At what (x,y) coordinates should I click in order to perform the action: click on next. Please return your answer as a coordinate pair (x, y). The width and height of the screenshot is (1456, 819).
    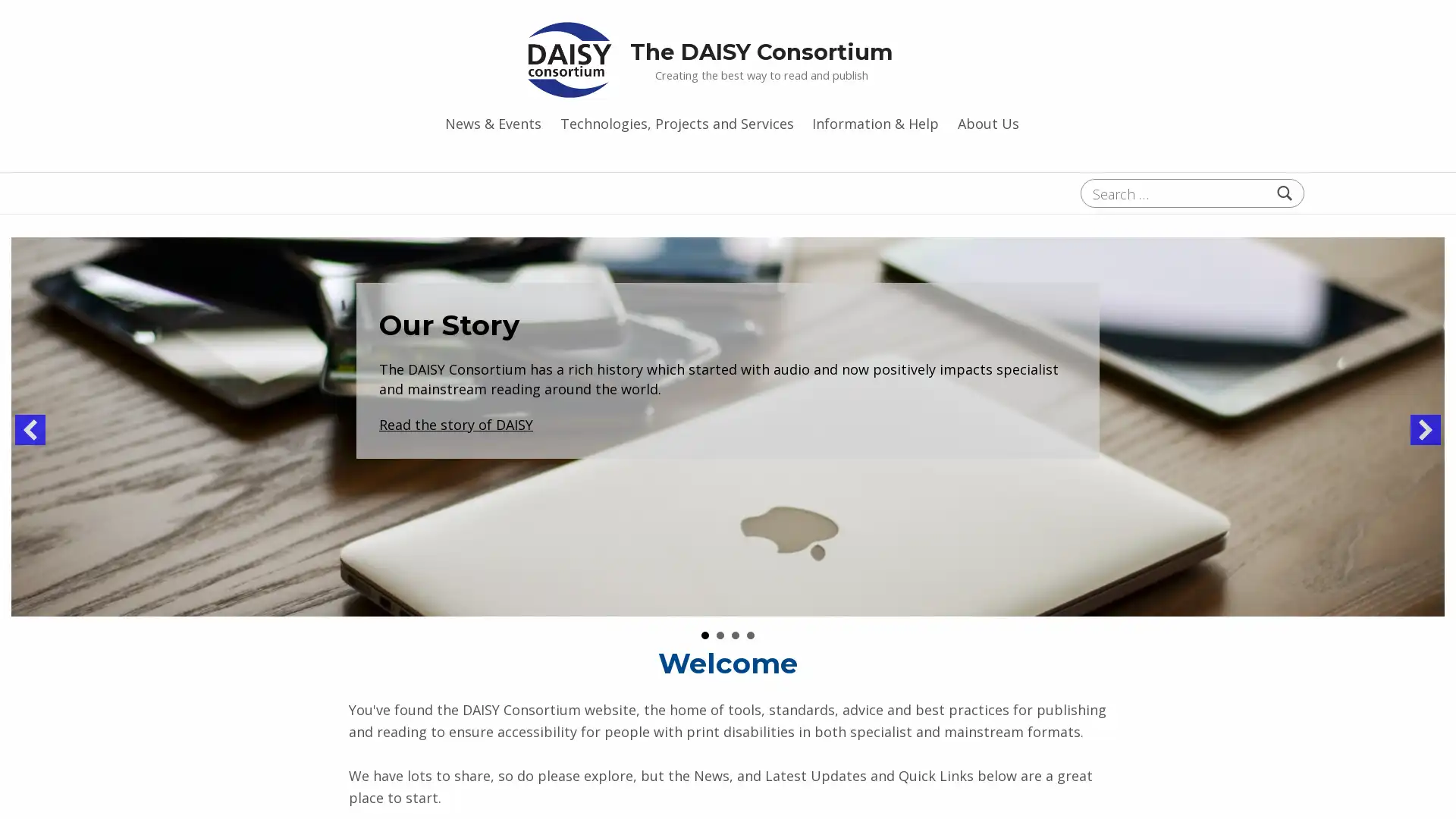
    Looking at the image, I should click on (1425, 430).